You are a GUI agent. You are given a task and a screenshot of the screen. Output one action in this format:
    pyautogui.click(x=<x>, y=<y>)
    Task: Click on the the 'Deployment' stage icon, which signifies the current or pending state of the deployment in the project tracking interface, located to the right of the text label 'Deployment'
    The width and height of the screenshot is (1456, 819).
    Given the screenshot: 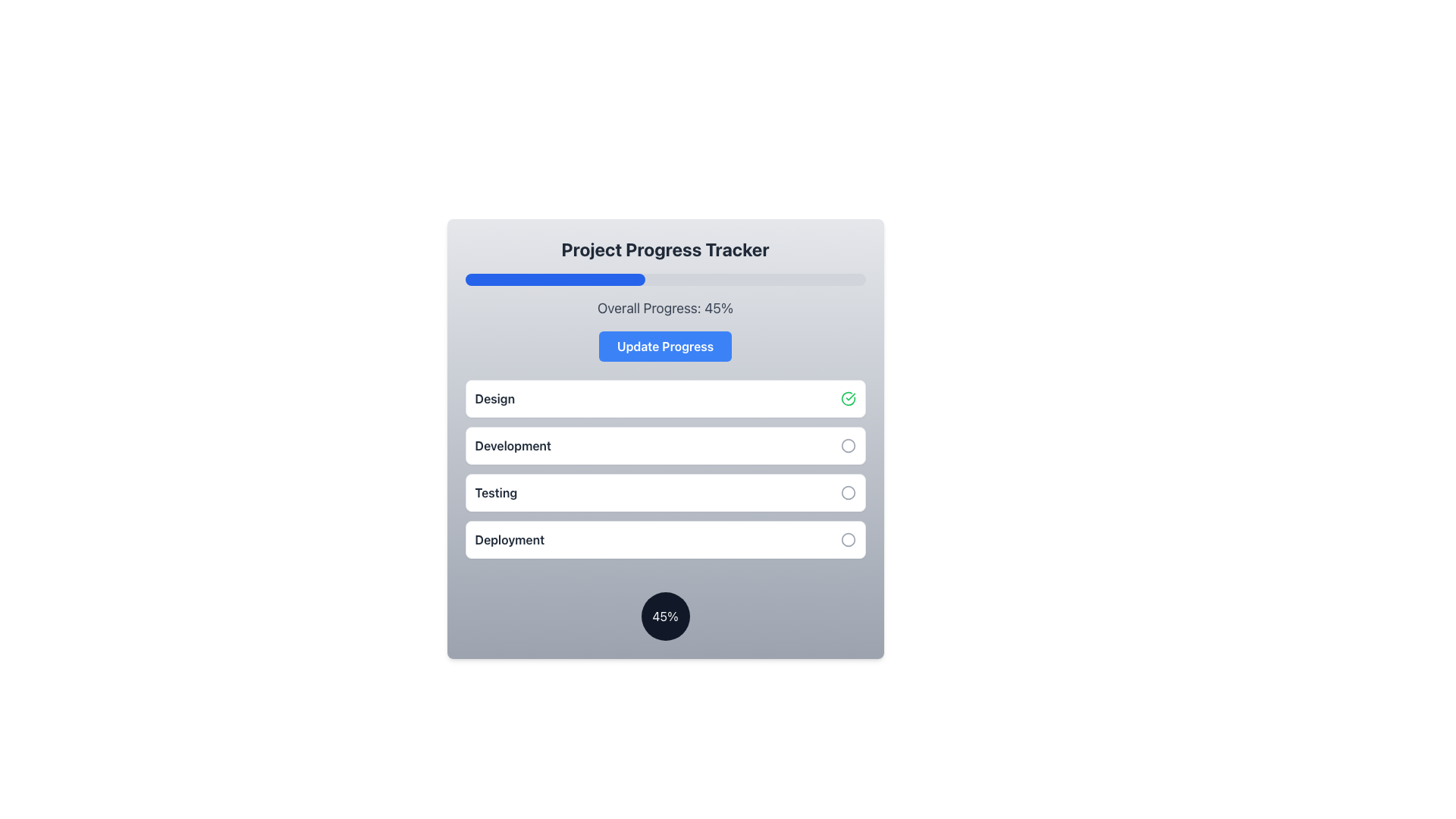 What is the action you would take?
    pyautogui.click(x=847, y=539)
    